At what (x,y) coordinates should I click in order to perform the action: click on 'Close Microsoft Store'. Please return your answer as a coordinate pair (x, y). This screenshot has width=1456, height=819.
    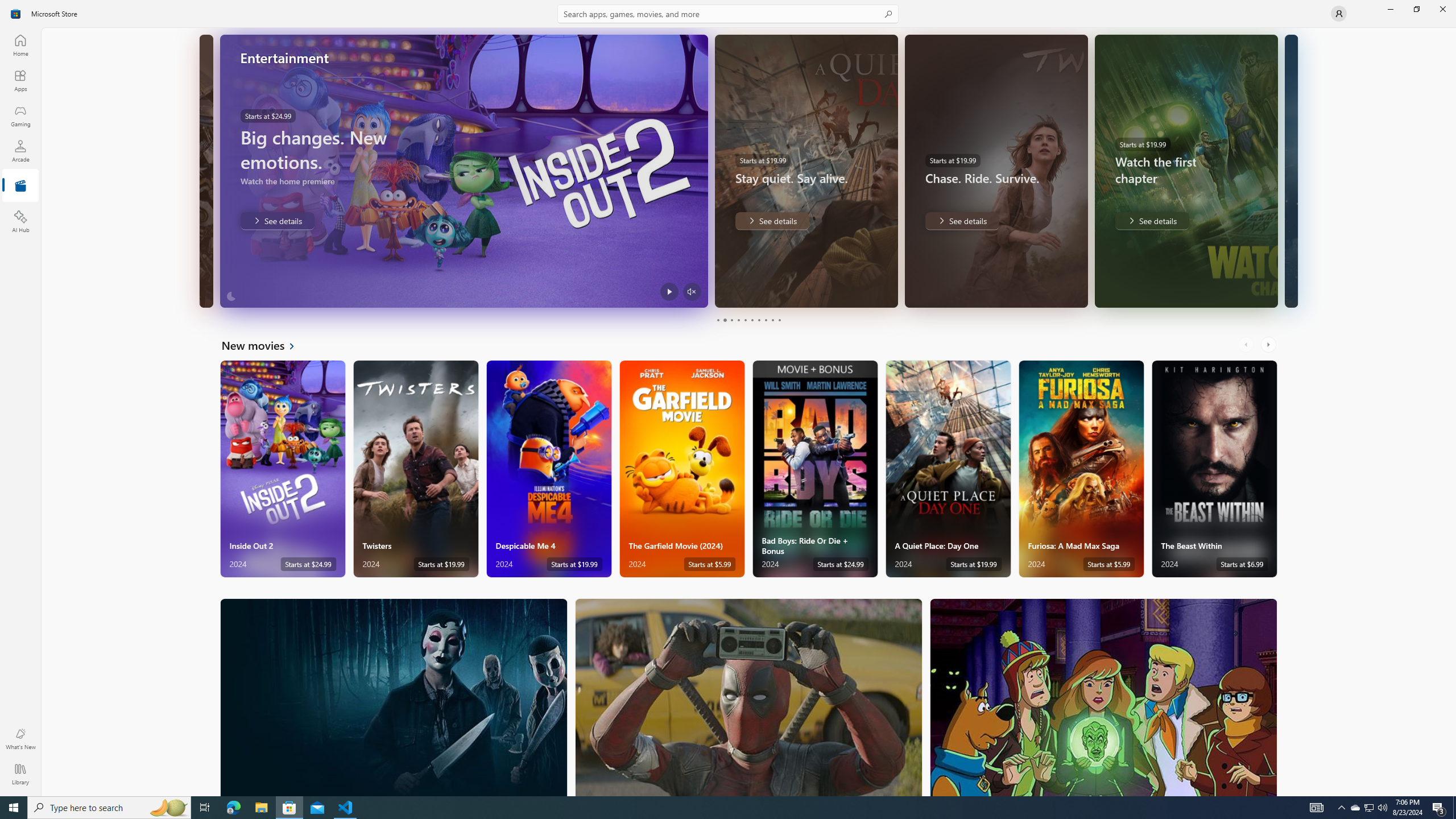
    Looking at the image, I should click on (1442, 9).